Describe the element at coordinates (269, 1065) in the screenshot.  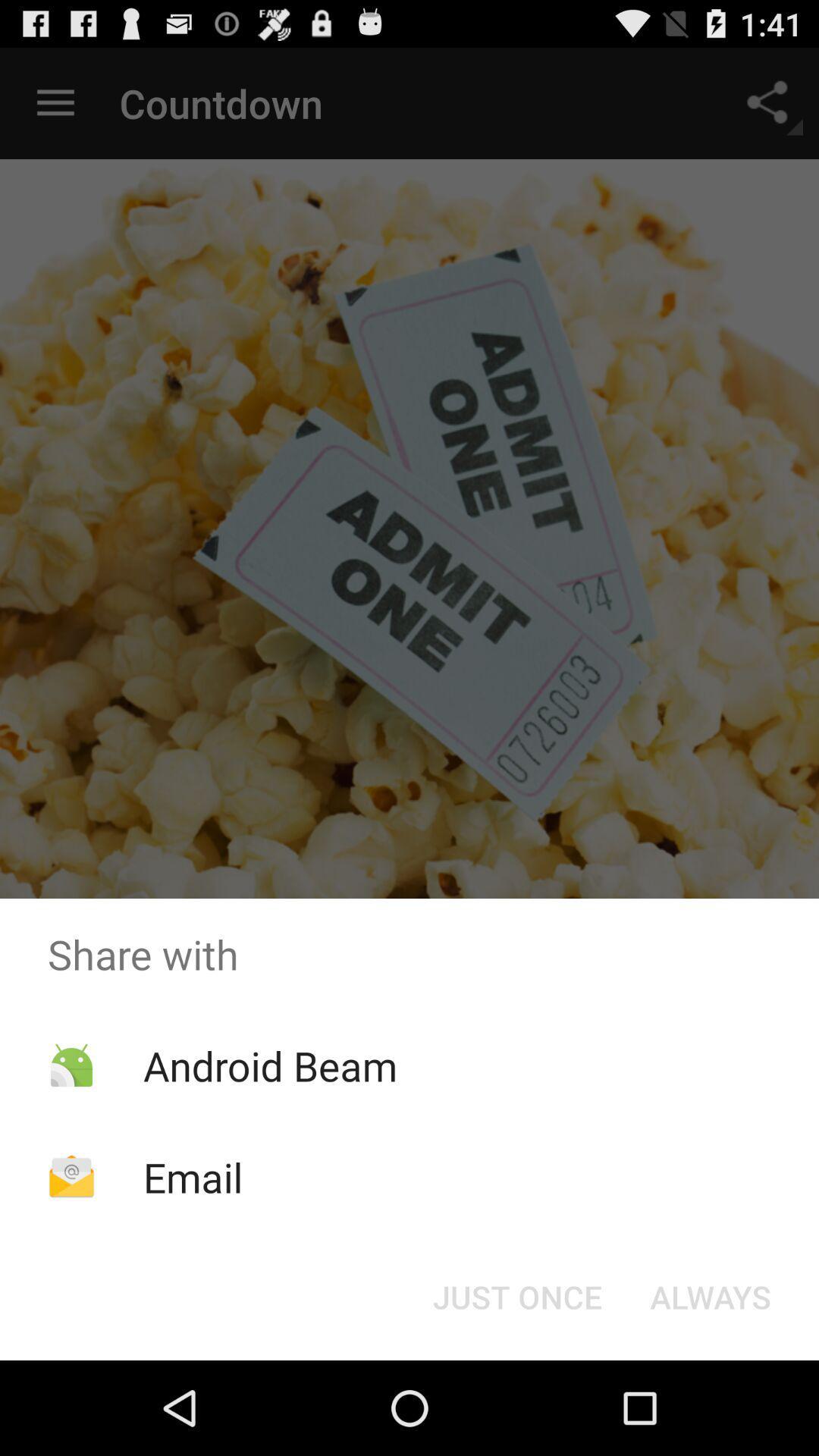
I see `app below the share with app` at that location.